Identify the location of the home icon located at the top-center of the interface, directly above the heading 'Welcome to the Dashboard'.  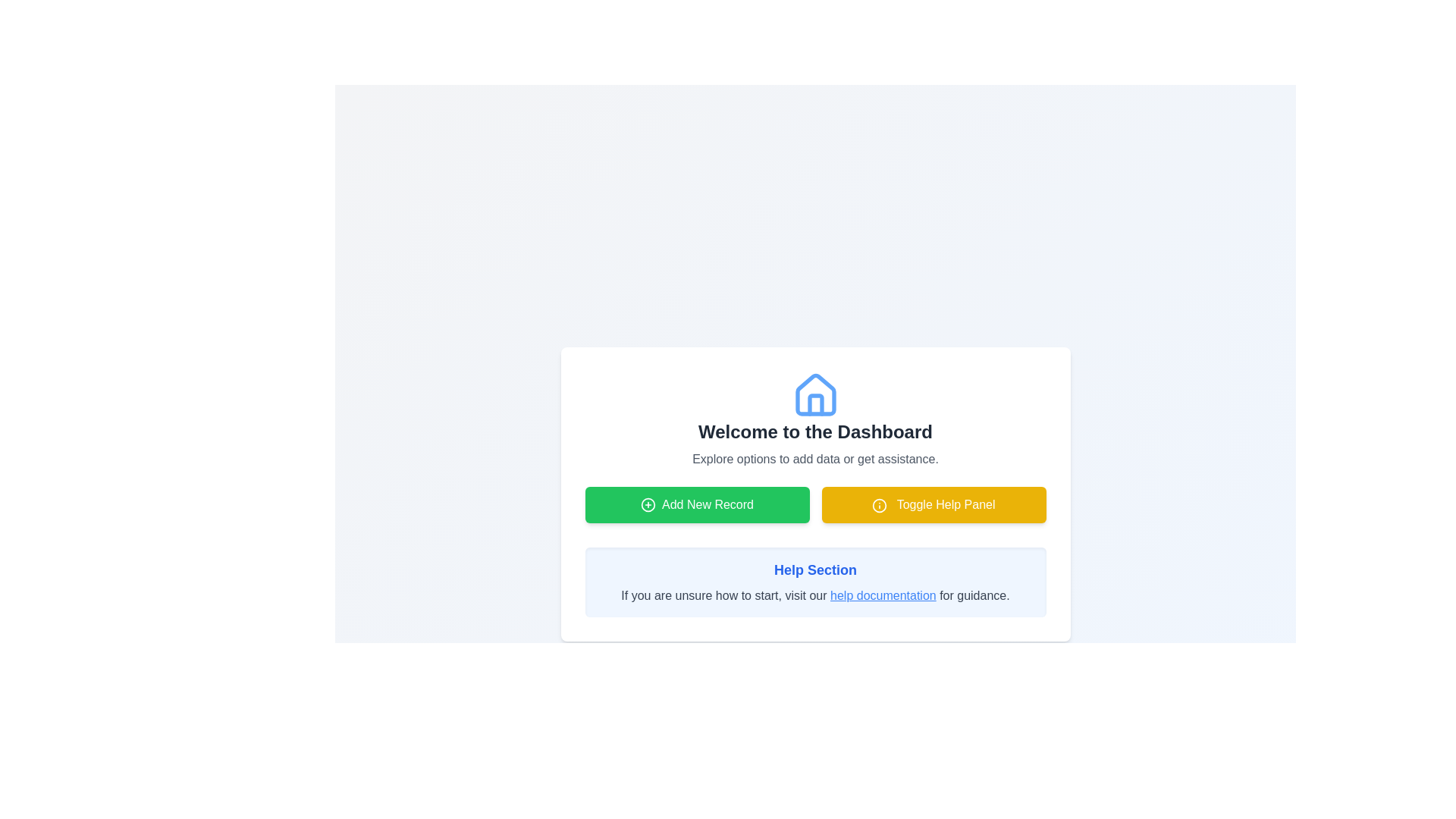
(814, 394).